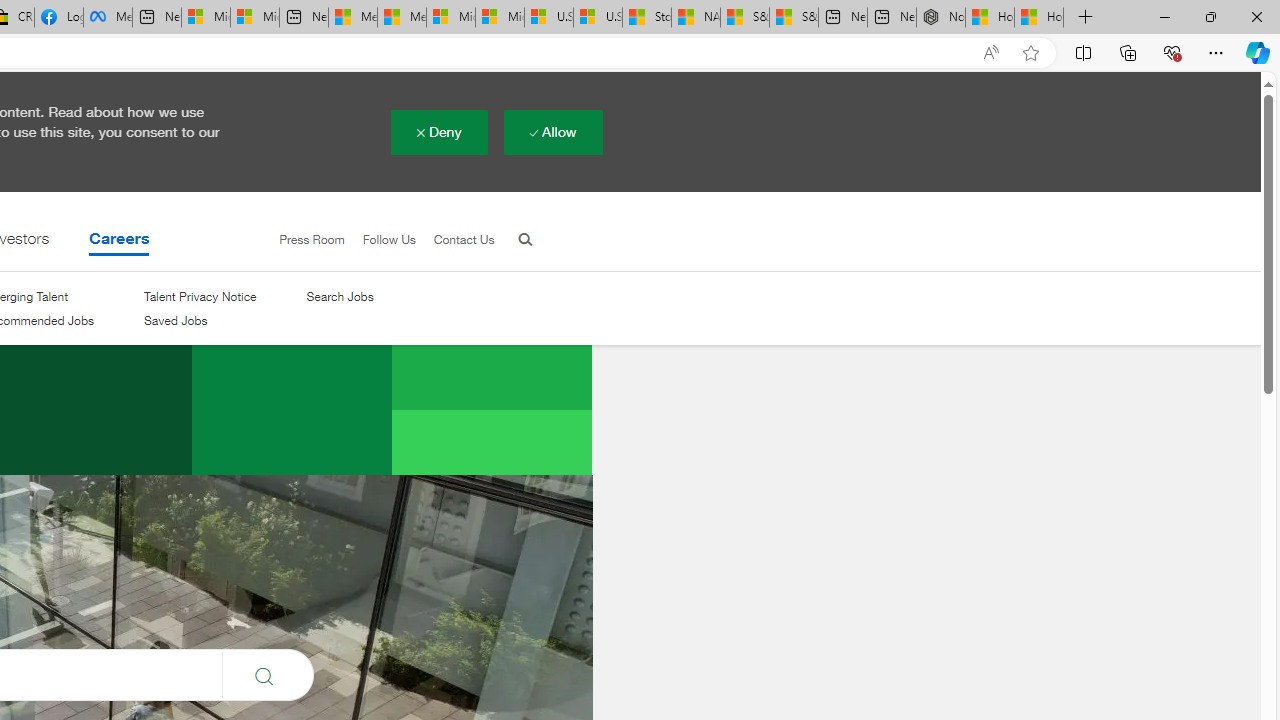  Describe the element at coordinates (438, 131) in the screenshot. I see `'Deny'` at that location.